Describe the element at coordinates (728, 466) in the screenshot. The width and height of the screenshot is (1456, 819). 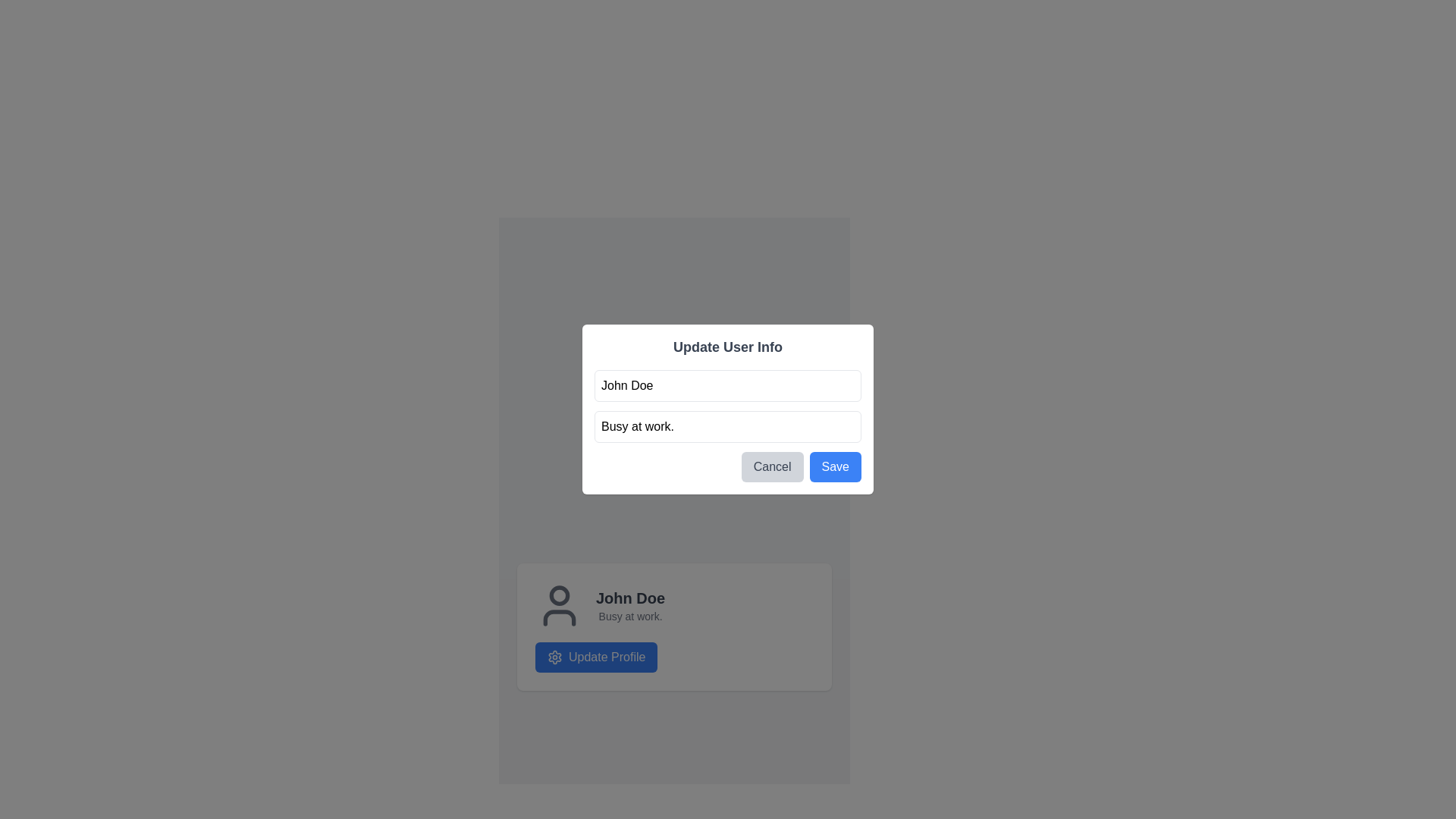
I see `the 'Cancel' button in the button group located at the lower right section of the 'Update User Info' modal to discard changes` at that location.